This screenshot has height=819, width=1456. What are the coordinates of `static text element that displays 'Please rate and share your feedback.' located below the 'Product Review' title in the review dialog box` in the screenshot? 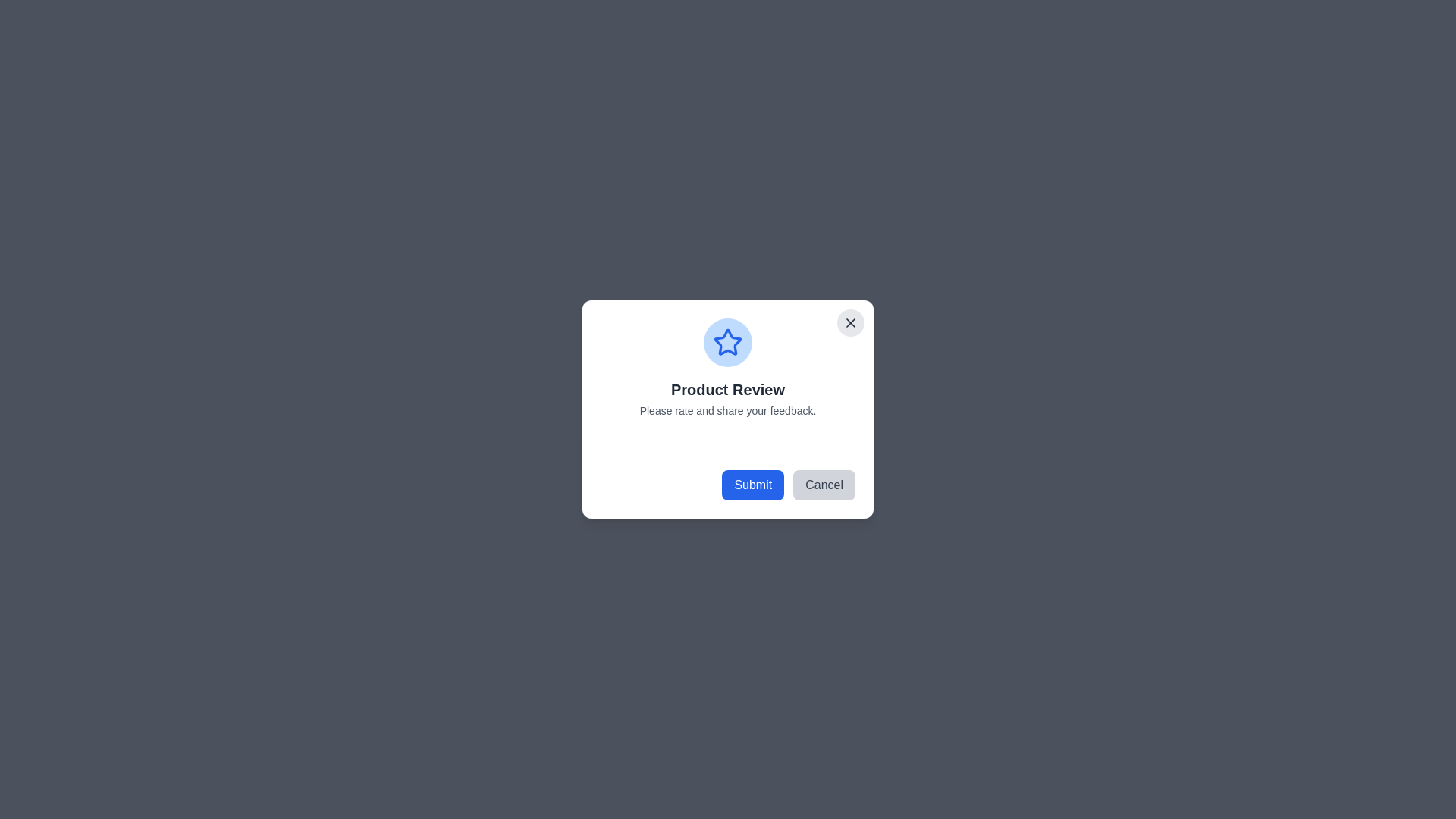 It's located at (728, 411).